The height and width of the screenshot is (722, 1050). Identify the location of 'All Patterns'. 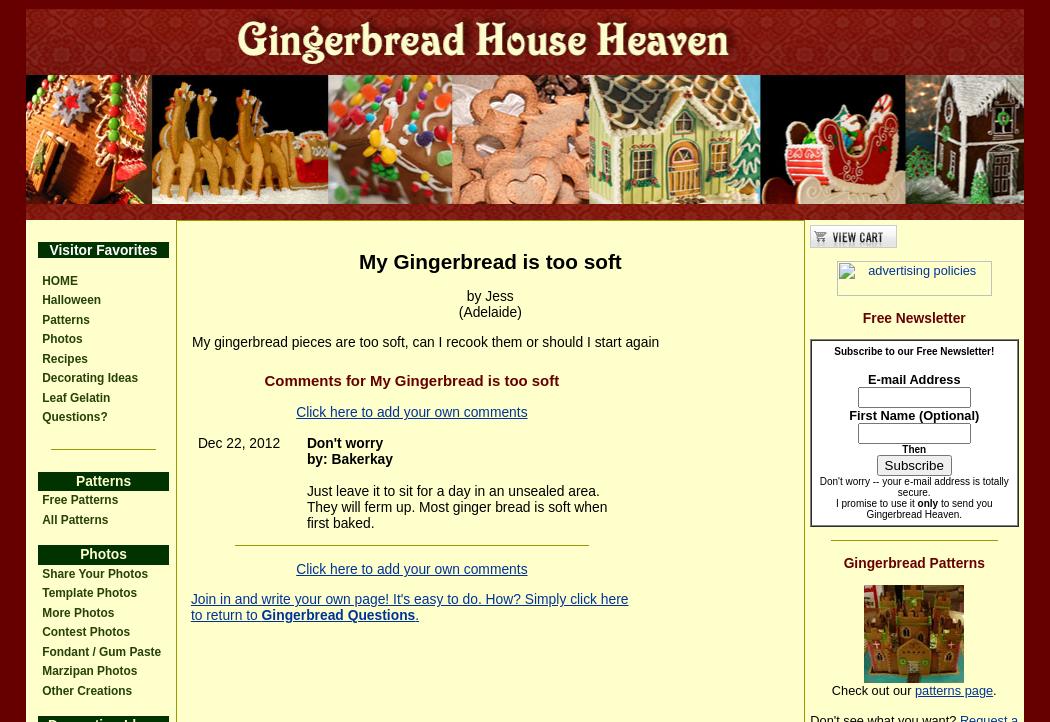
(73, 518).